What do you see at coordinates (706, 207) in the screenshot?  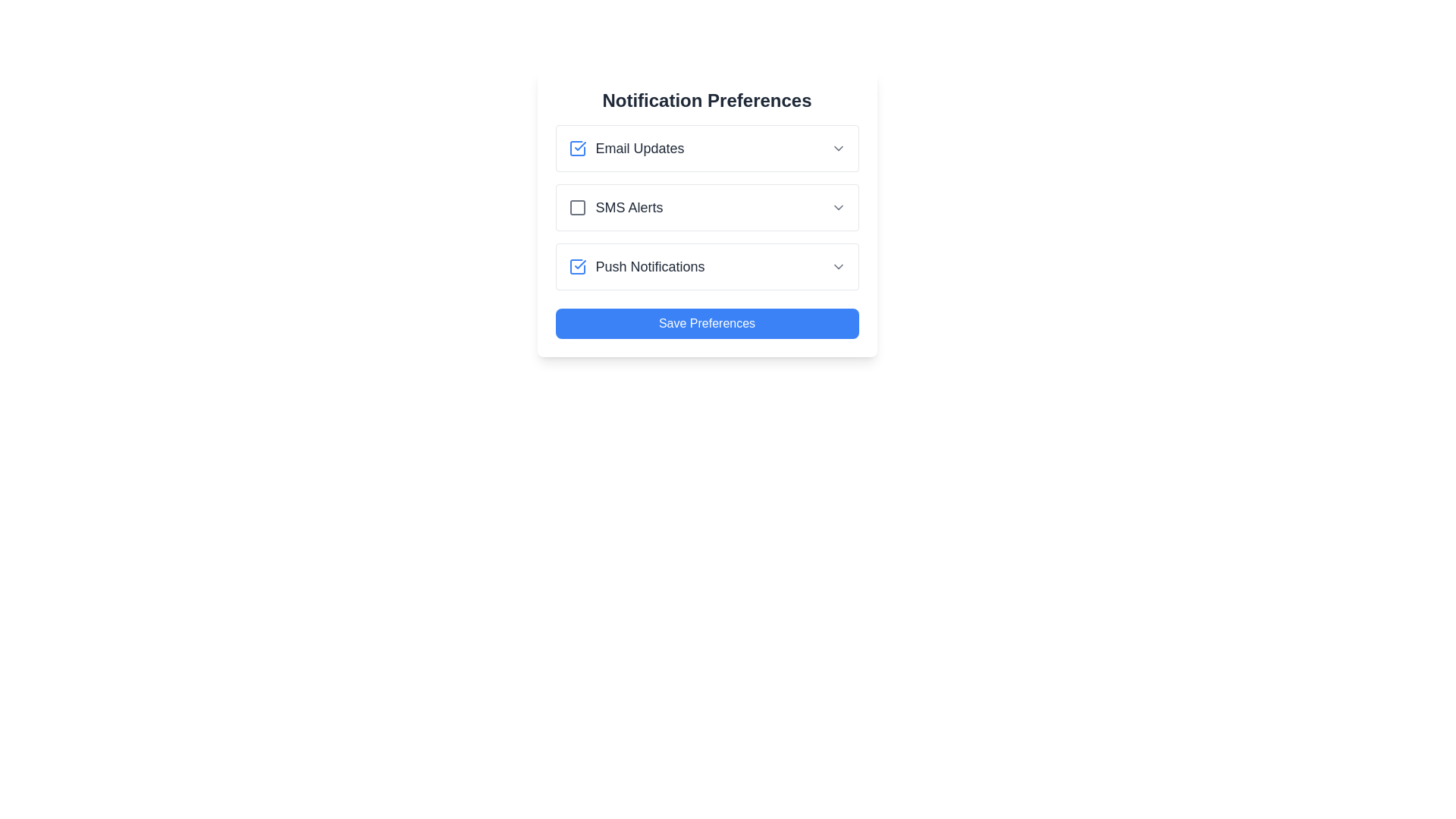 I see `the dropdown of the List Item with Checkbox and Dropdown labeled 'SMS Alerts' to view additional options` at bounding box center [706, 207].